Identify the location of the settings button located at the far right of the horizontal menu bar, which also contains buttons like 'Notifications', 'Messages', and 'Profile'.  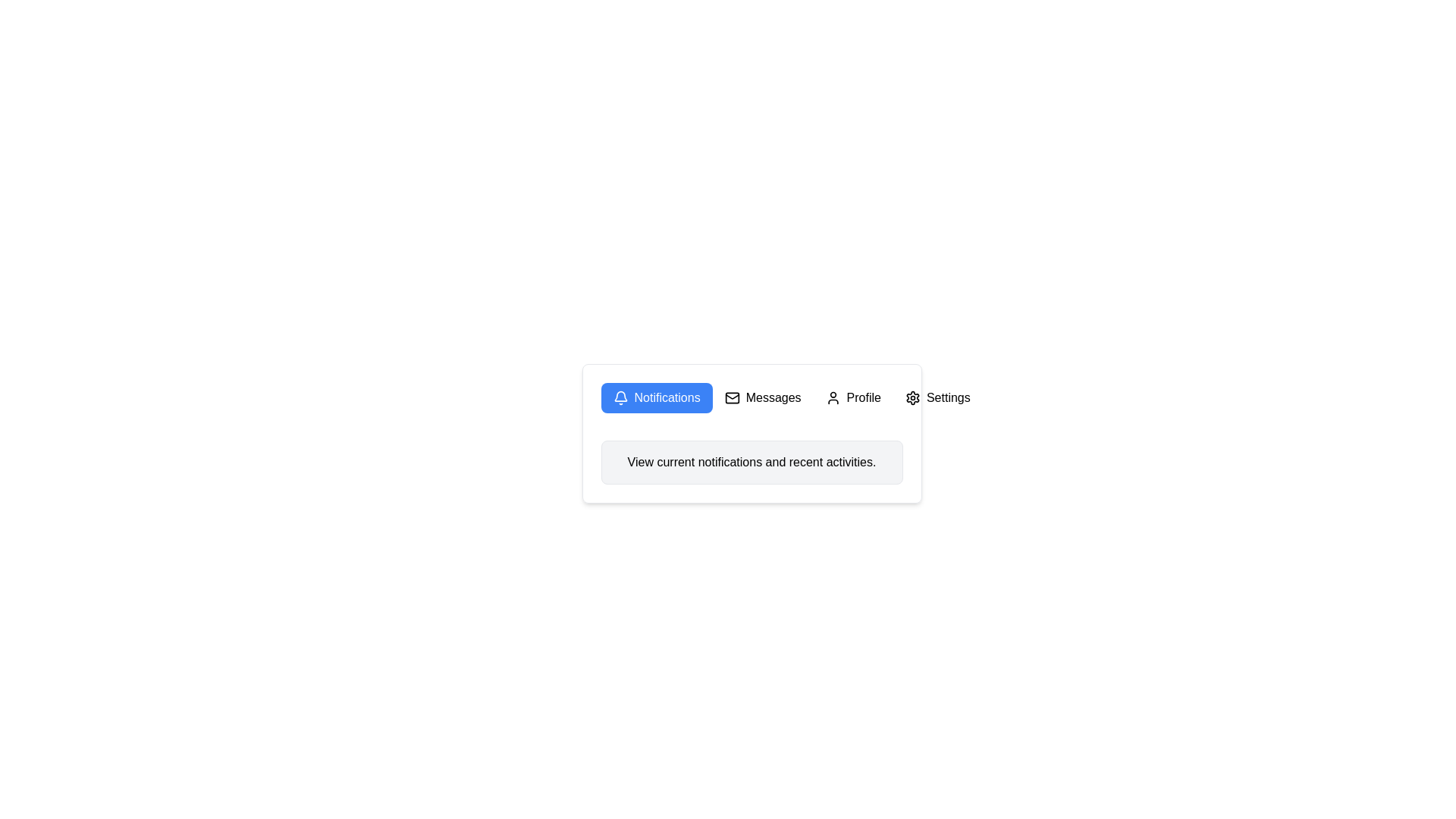
(937, 397).